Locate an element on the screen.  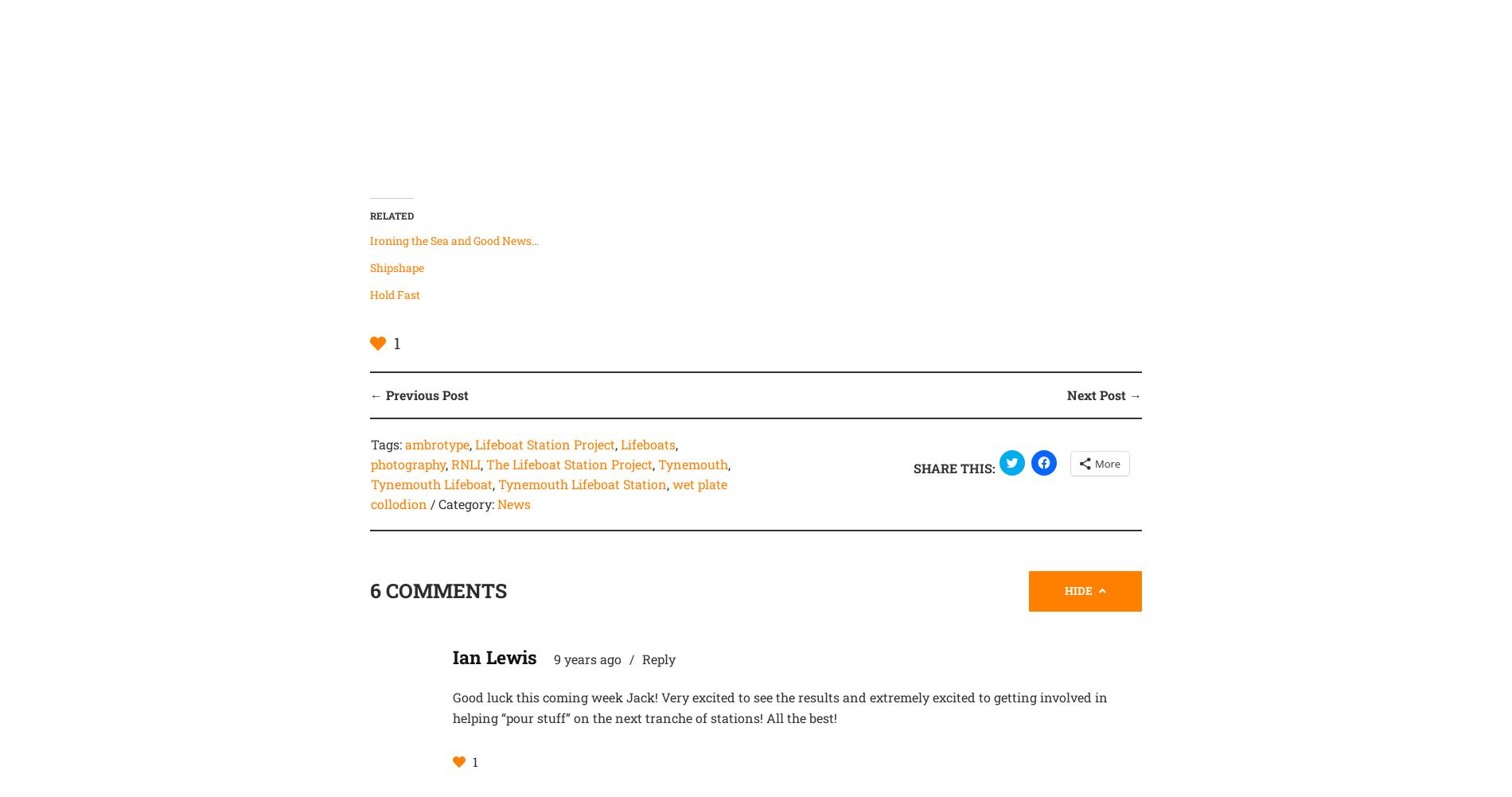
'More' is located at coordinates (1106, 462).